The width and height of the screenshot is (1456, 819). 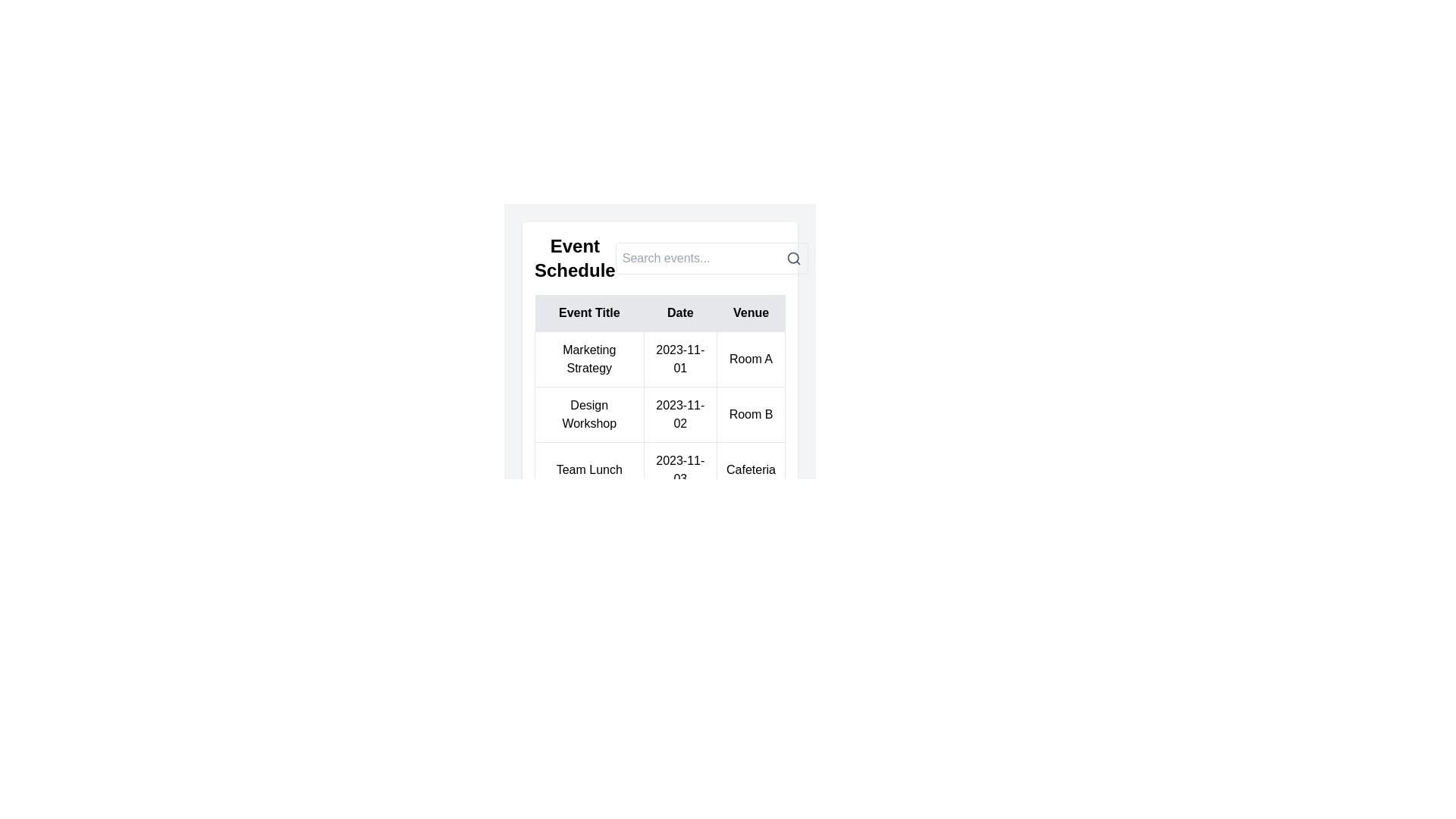 What do you see at coordinates (660, 415) in the screenshot?
I see `the text display cell that corresponds to the date '2023-11-02' located in the second row under the 'Date' column` at bounding box center [660, 415].